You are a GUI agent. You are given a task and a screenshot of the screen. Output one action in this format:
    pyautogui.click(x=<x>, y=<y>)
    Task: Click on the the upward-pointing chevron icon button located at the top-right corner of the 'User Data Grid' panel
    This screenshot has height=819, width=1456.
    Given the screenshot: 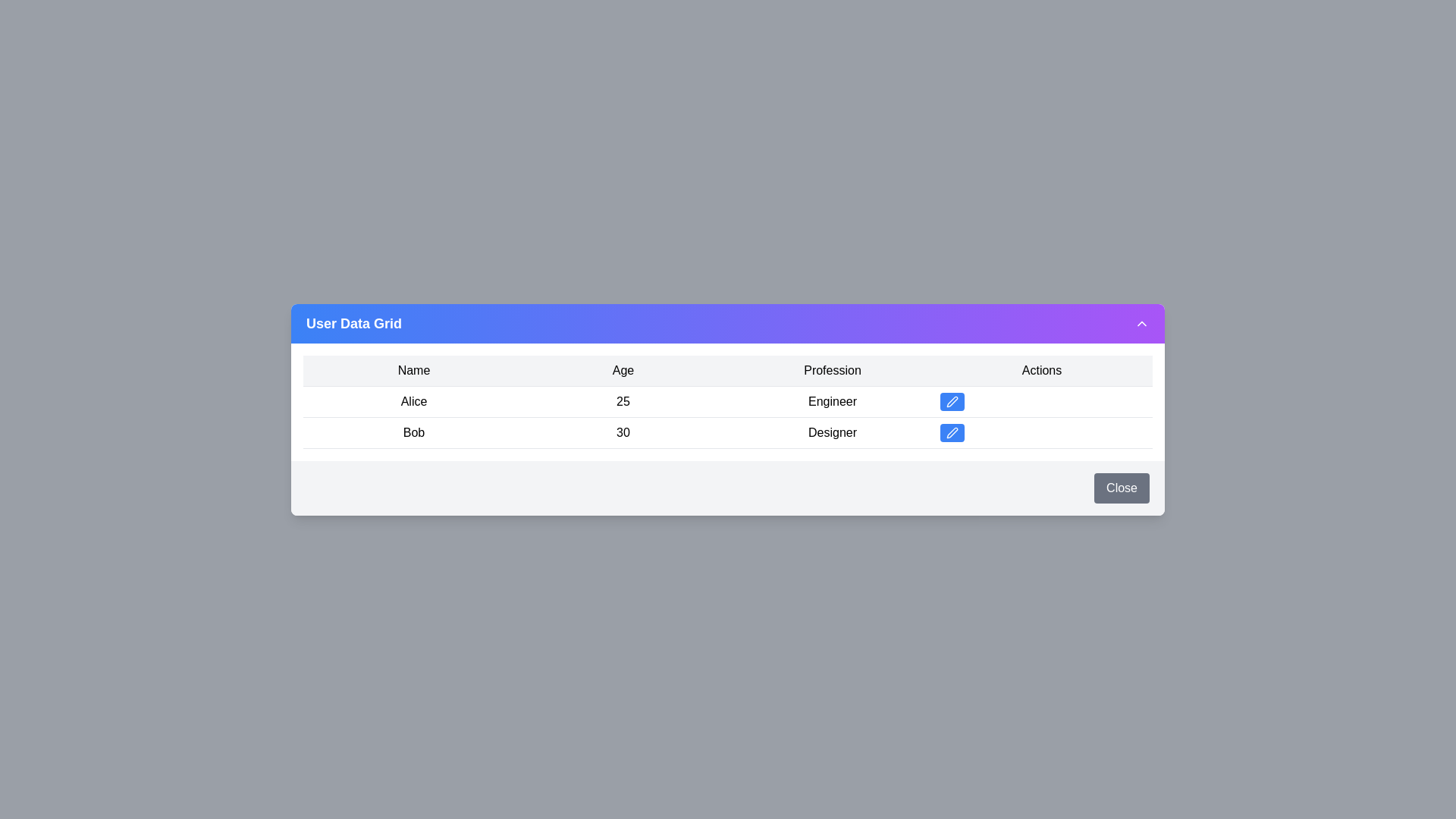 What is the action you would take?
    pyautogui.click(x=1142, y=322)
    